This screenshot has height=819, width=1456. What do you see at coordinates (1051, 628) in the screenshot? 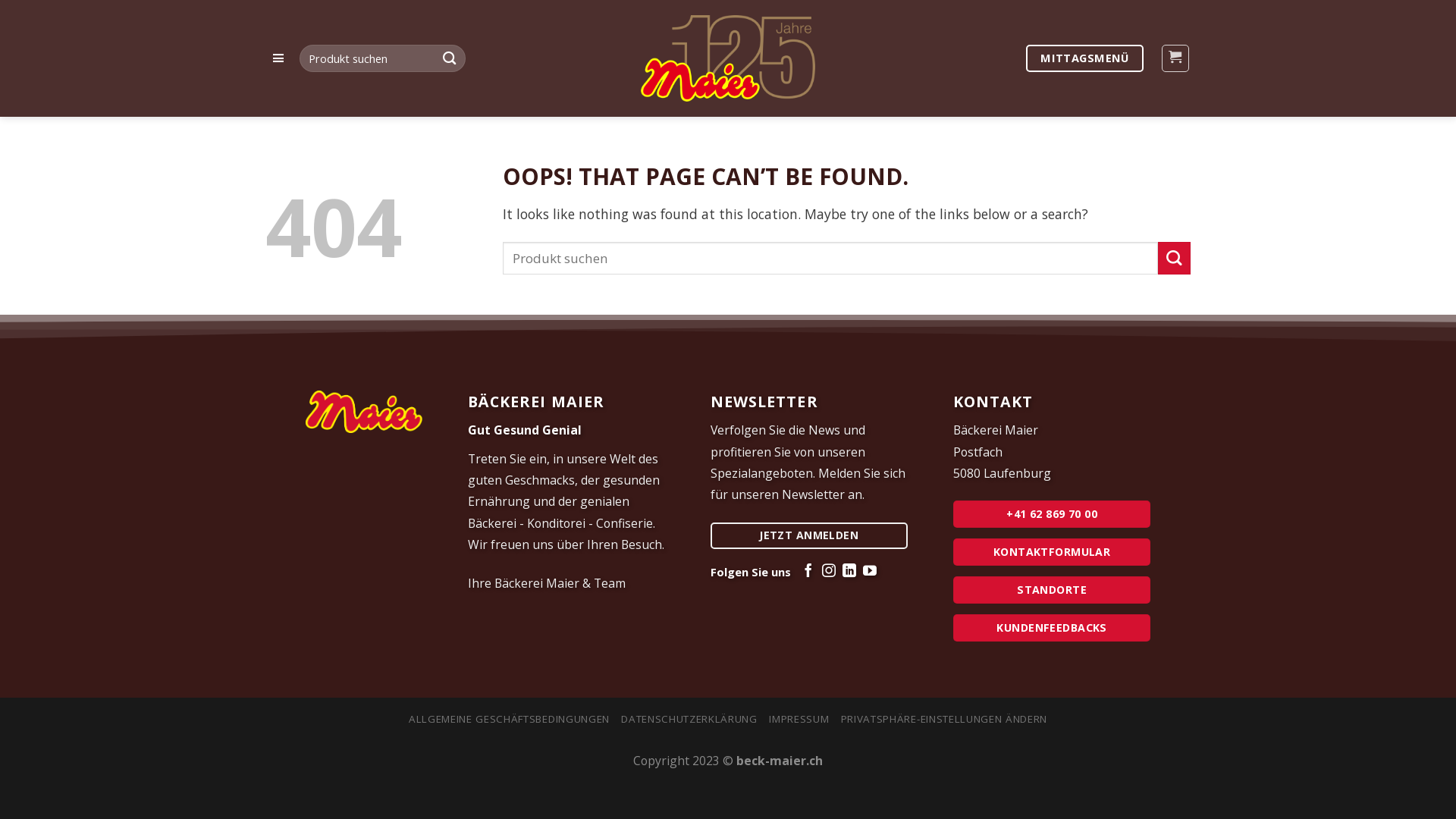
I see `'KUNDENFEEDBACKS'` at bounding box center [1051, 628].